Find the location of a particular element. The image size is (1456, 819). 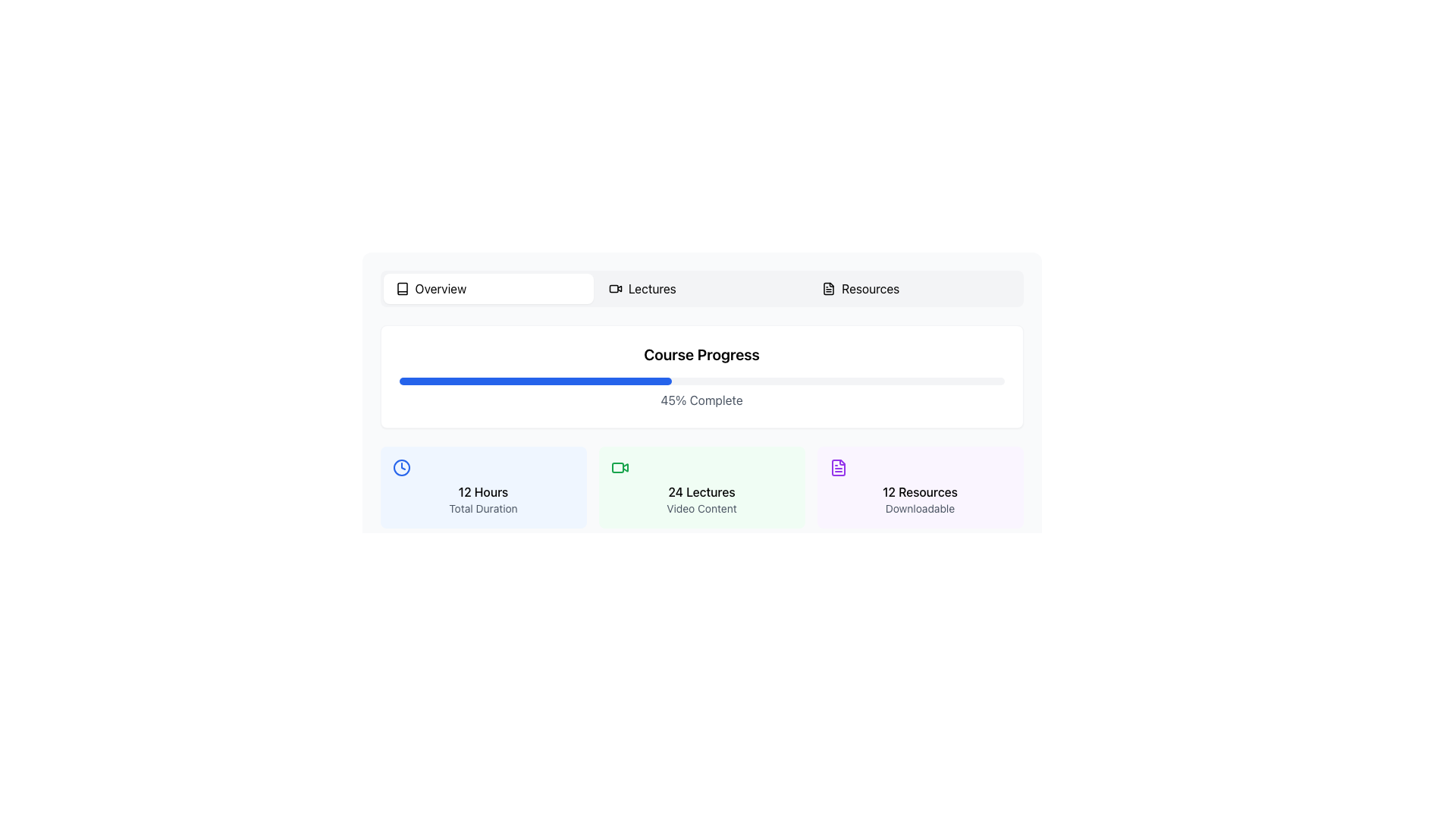

the 'Lectures' section of the navigation bar, which is styled with a light gray background and contains icons for 'Overview', 'Lectures', and 'Resources' is located at coordinates (701, 289).